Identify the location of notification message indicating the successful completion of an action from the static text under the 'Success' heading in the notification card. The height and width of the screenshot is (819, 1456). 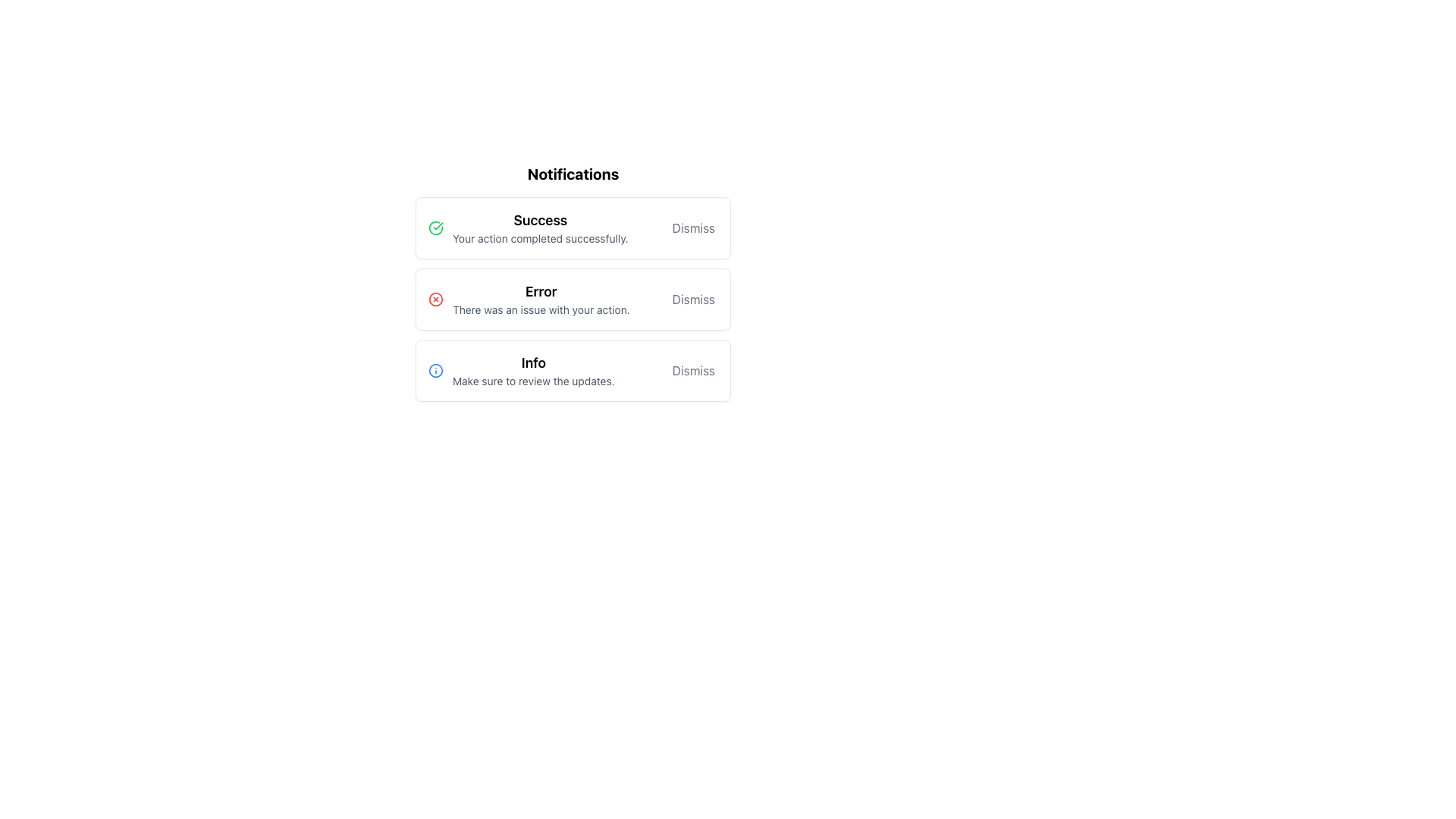
(540, 239).